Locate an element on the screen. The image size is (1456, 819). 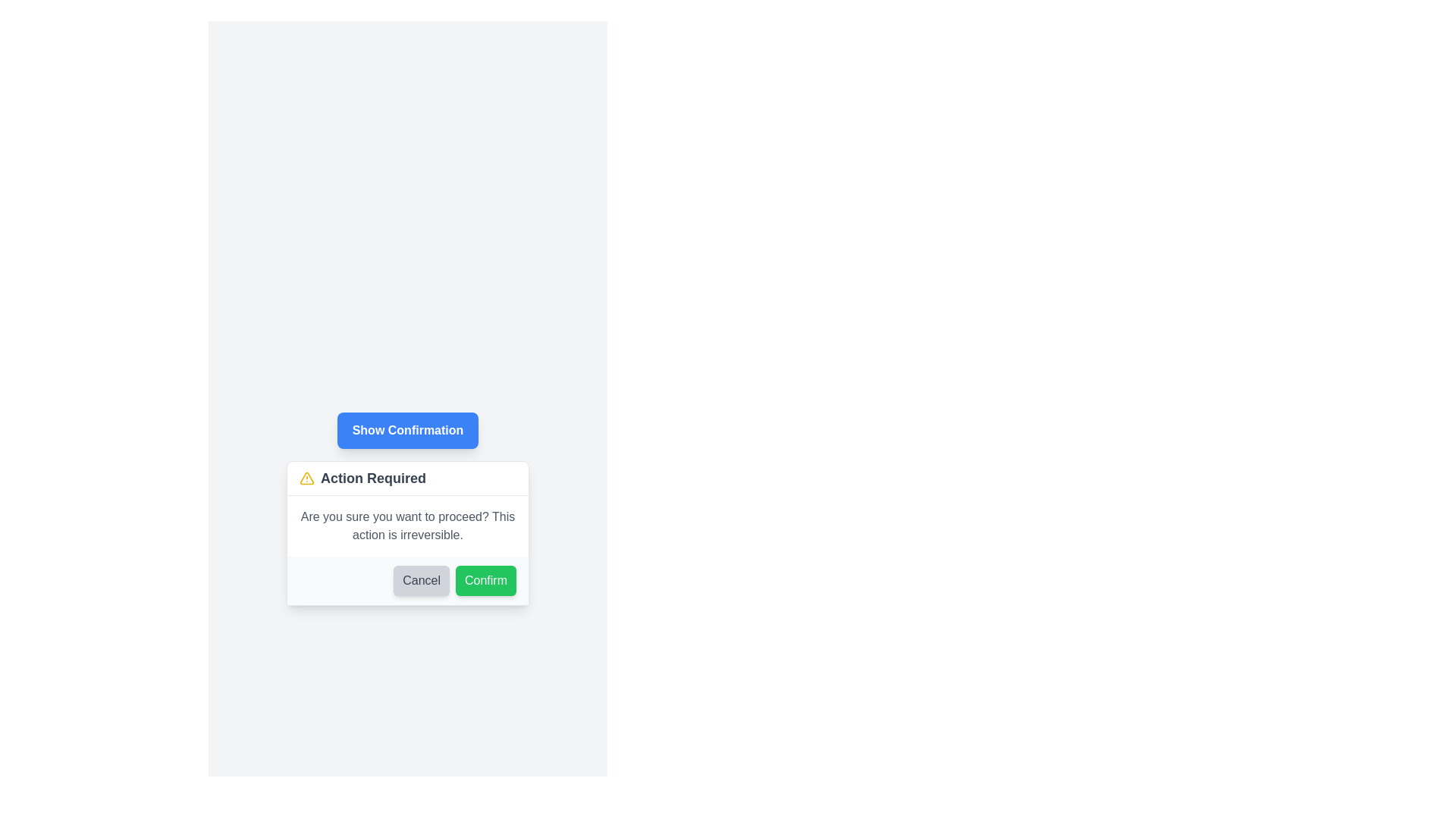
the confirmation button located at the center near the top of the modal dialog is located at coordinates (407, 430).